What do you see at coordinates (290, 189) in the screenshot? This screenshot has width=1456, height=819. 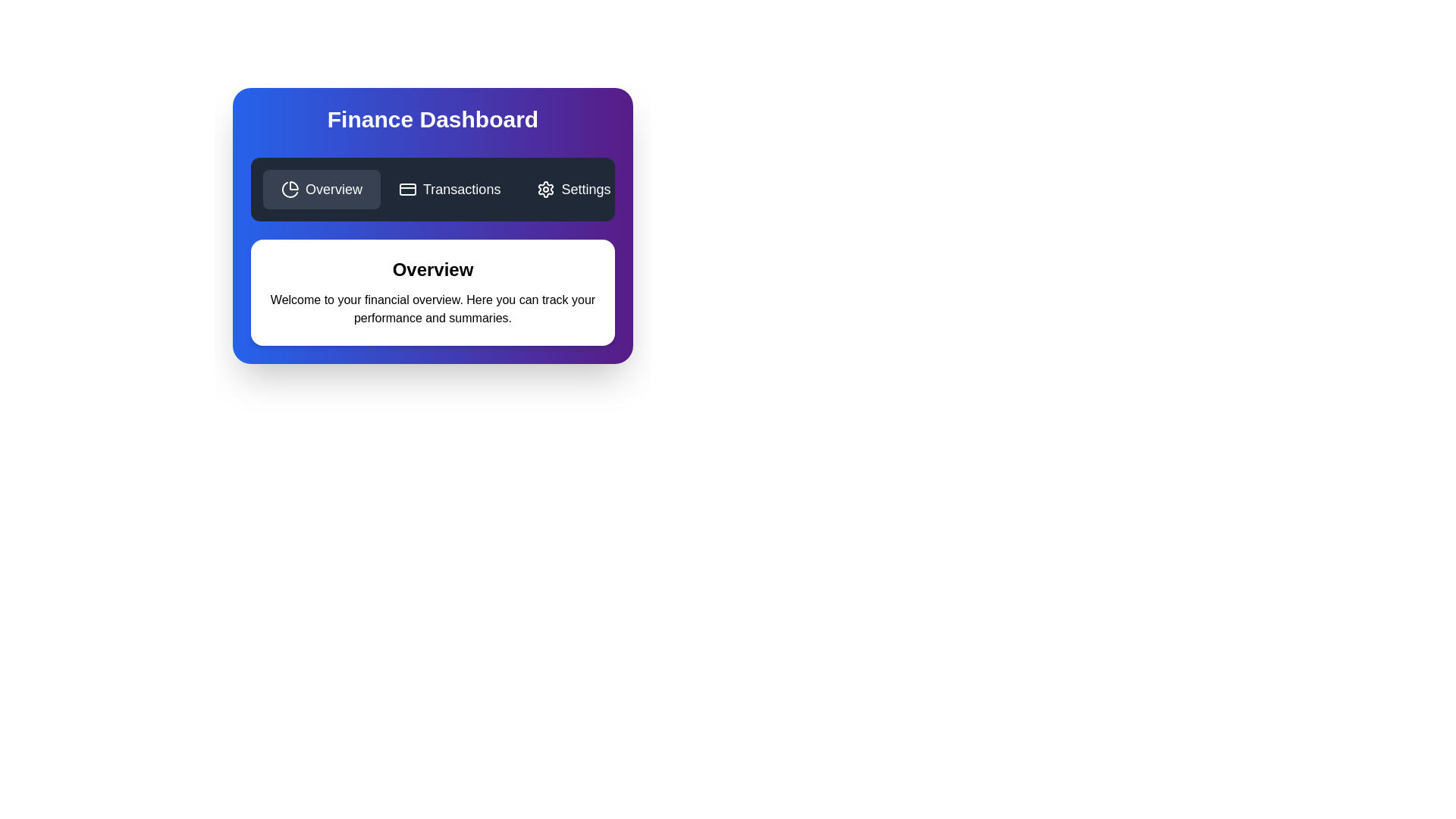 I see `the small chart pie icon with a minimalist outline design located within the 'Overview' button in the top section of the interface` at bounding box center [290, 189].